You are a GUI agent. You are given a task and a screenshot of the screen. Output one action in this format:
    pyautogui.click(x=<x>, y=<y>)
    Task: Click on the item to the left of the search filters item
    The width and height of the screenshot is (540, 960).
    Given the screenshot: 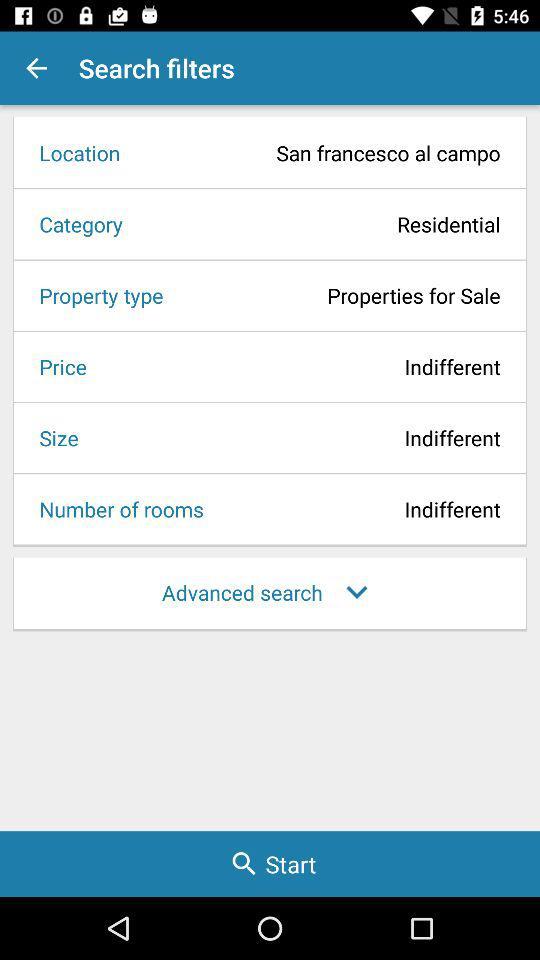 What is the action you would take?
    pyautogui.click(x=36, y=68)
    